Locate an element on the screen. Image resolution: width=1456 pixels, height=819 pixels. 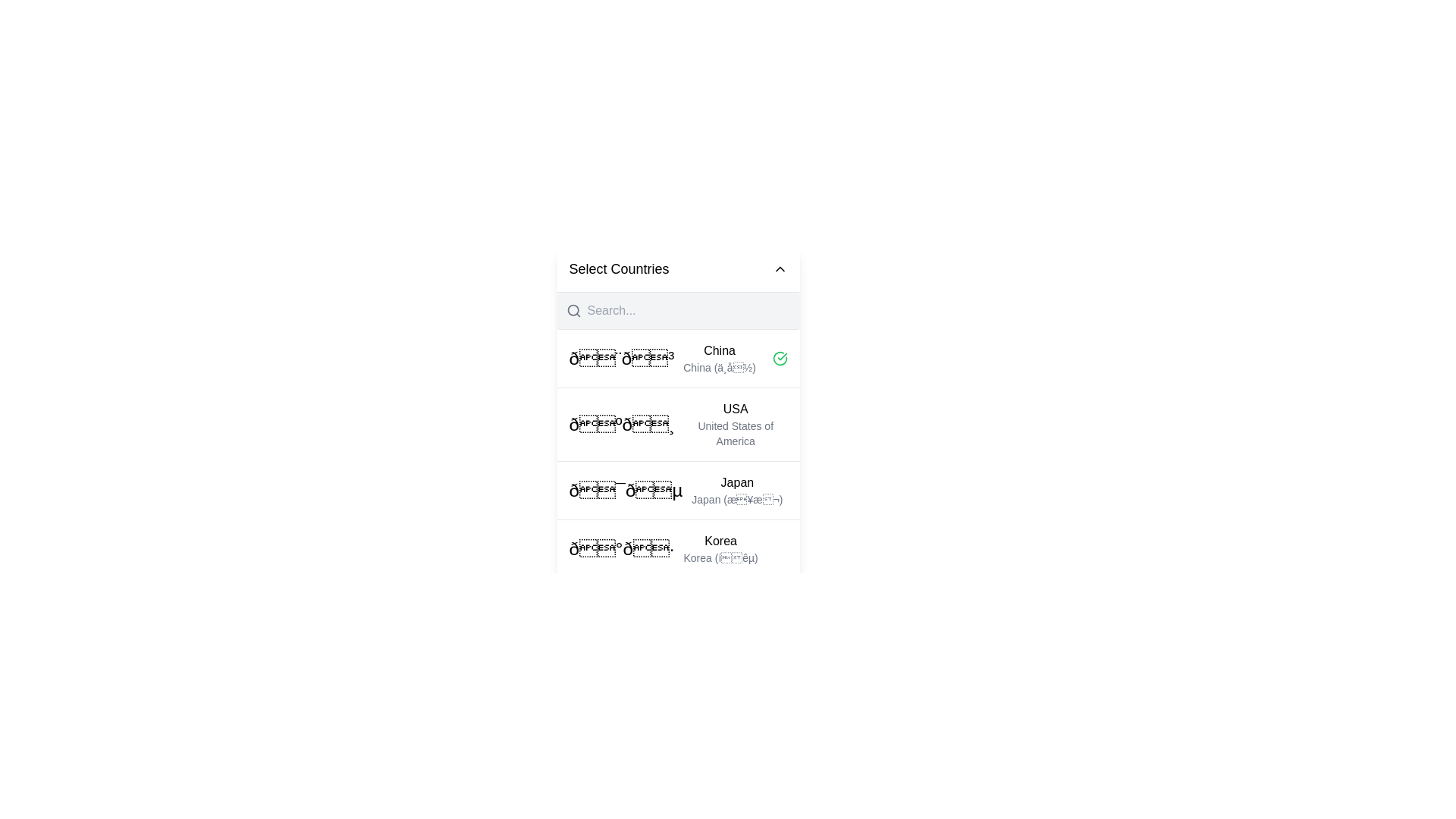
the static text component displaying 'Japan' in bold and 'Japan (日本)' in grey, located in the third row of the country list, between 'USA' and 'Korea' is located at coordinates (737, 491).